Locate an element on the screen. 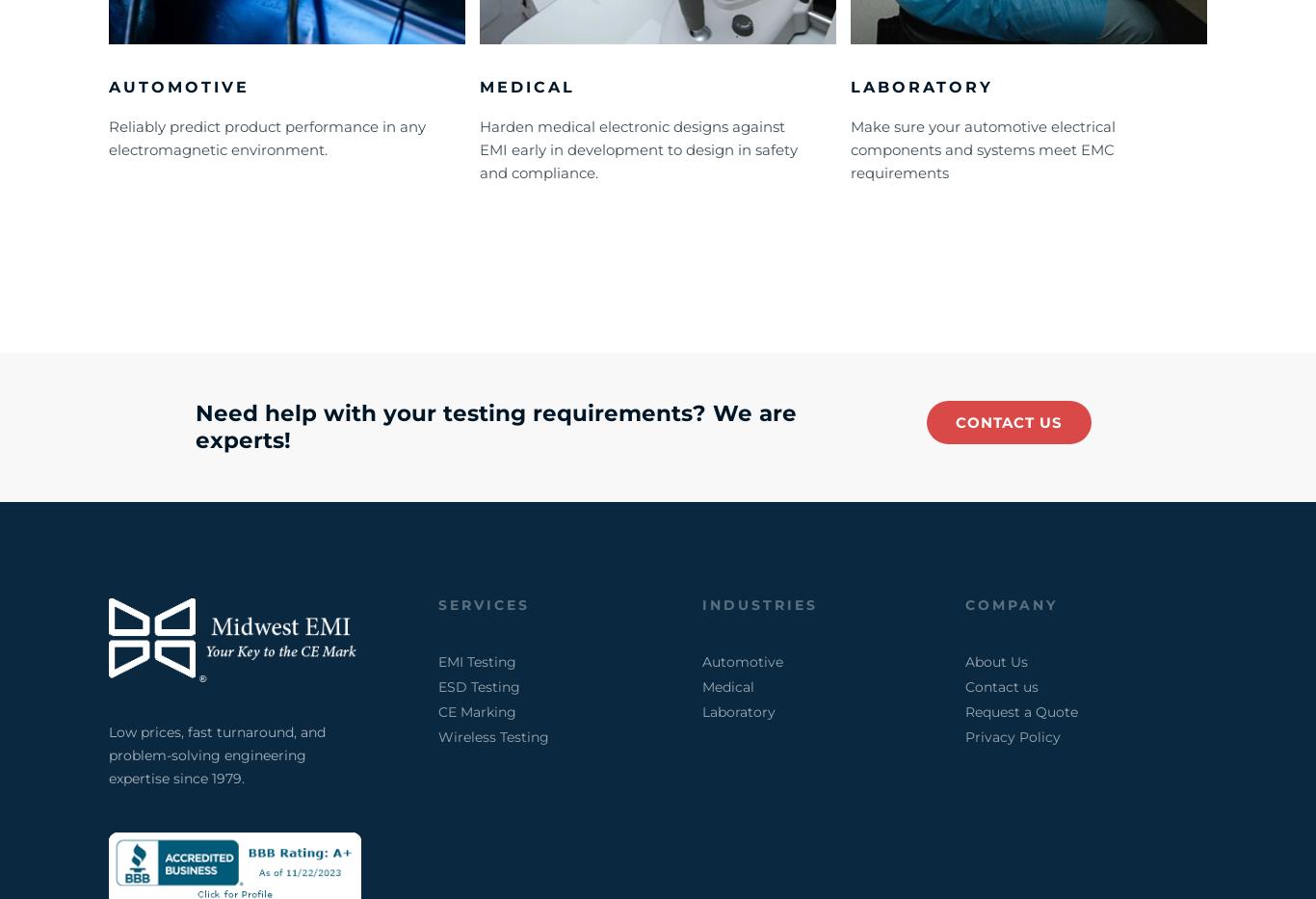 Image resolution: width=1316 pixels, height=899 pixels. 'Wireless Testing' is located at coordinates (493, 735).